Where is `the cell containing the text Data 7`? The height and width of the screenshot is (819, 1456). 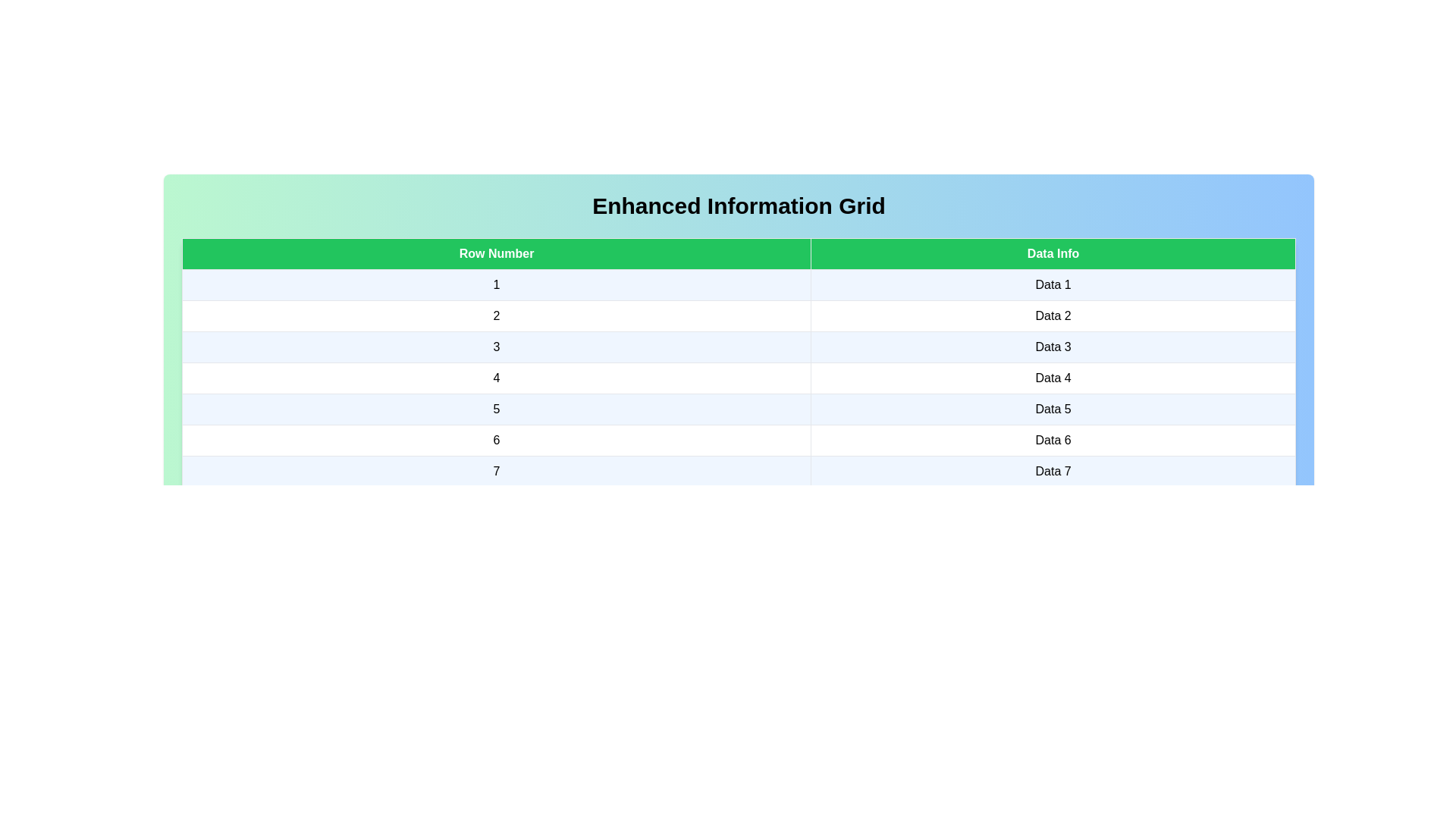 the cell containing the text Data 7 is located at coordinates (1053, 470).